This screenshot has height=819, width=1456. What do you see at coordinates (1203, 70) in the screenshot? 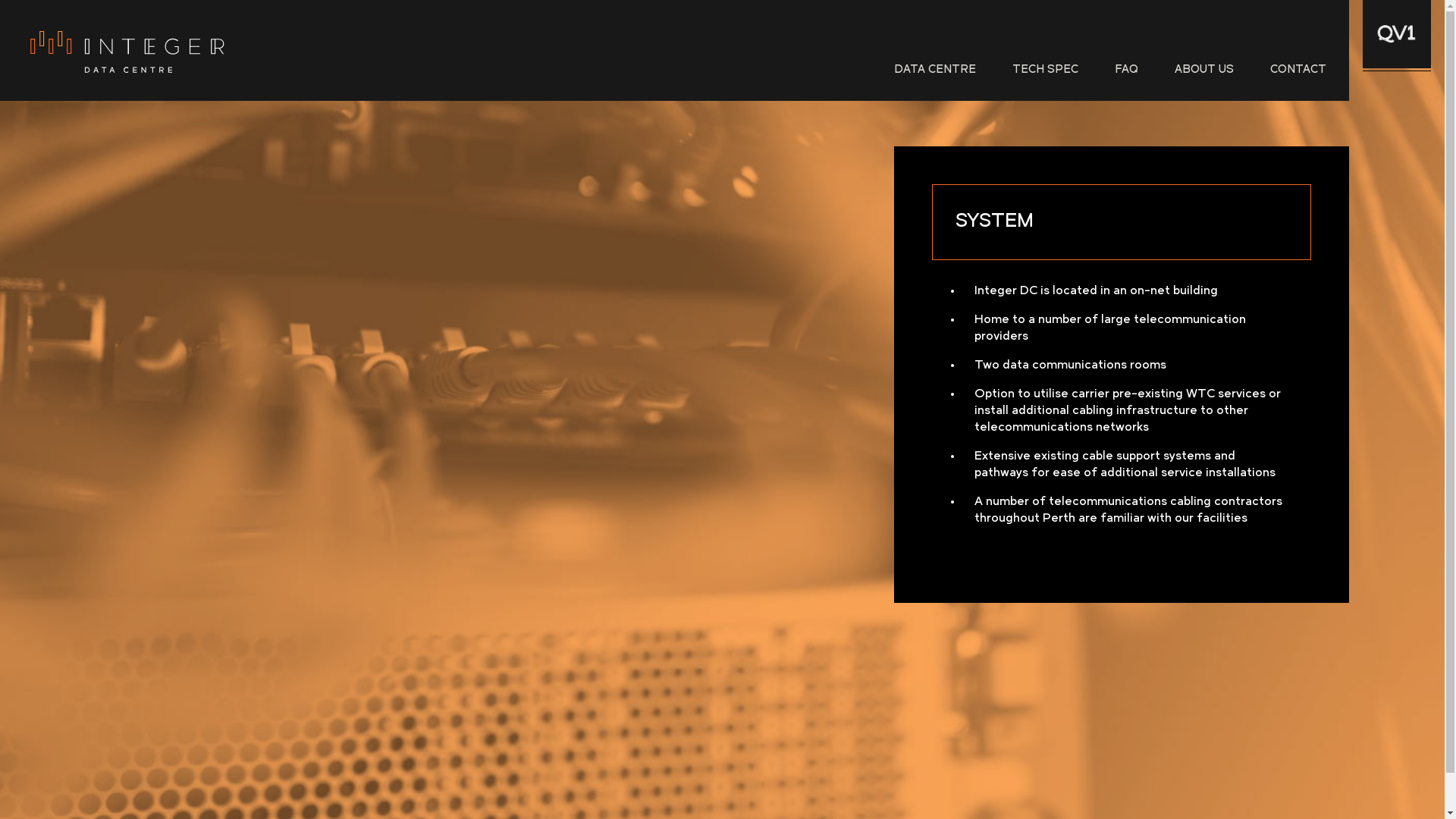
I see `'ABOUT US'` at bounding box center [1203, 70].